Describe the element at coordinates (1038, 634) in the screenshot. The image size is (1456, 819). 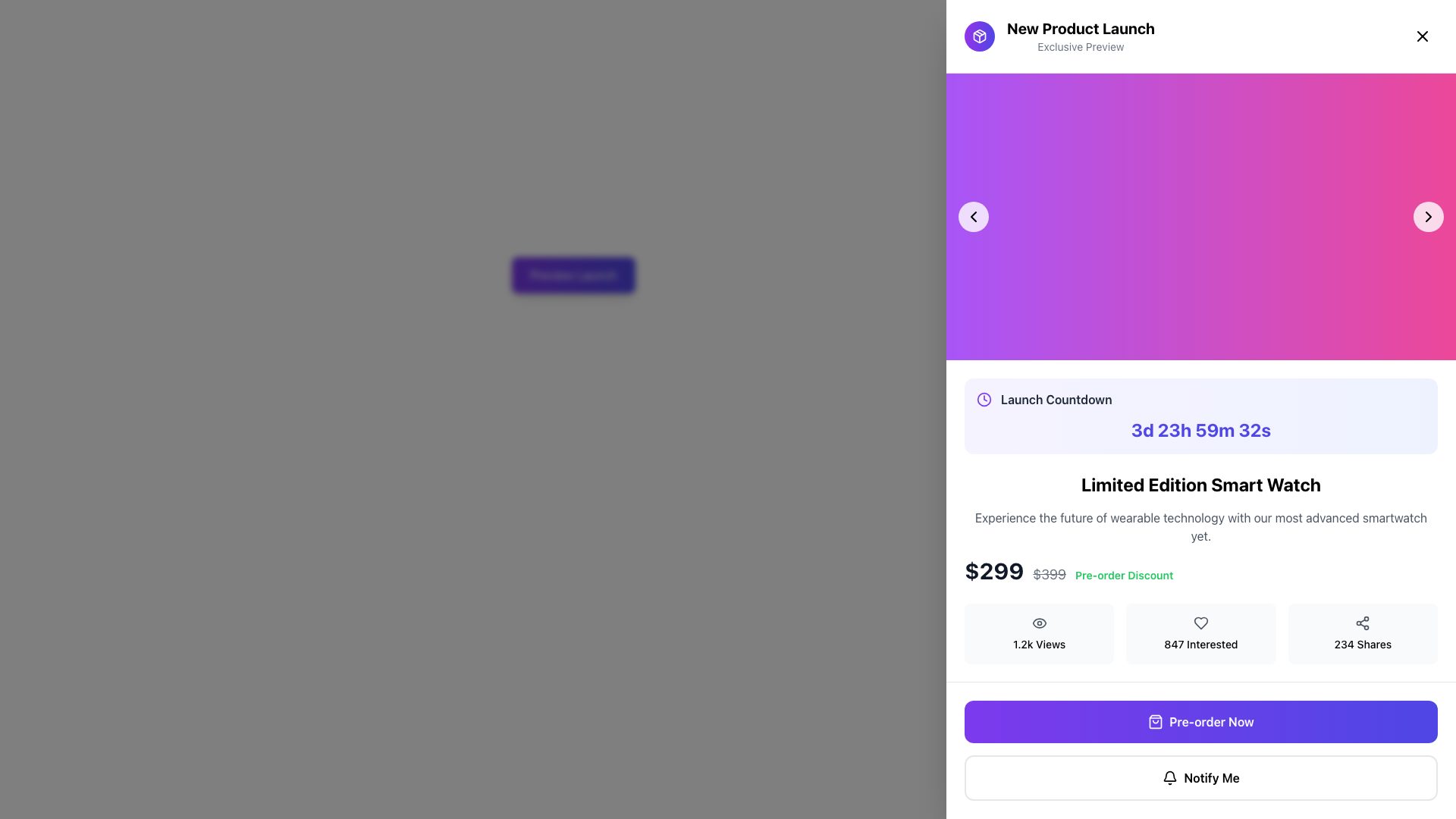
I see `the Informational Display that shows '1.2k Views' with an eye icon, which is the leftmost element among three metrics below the product description` at that location.